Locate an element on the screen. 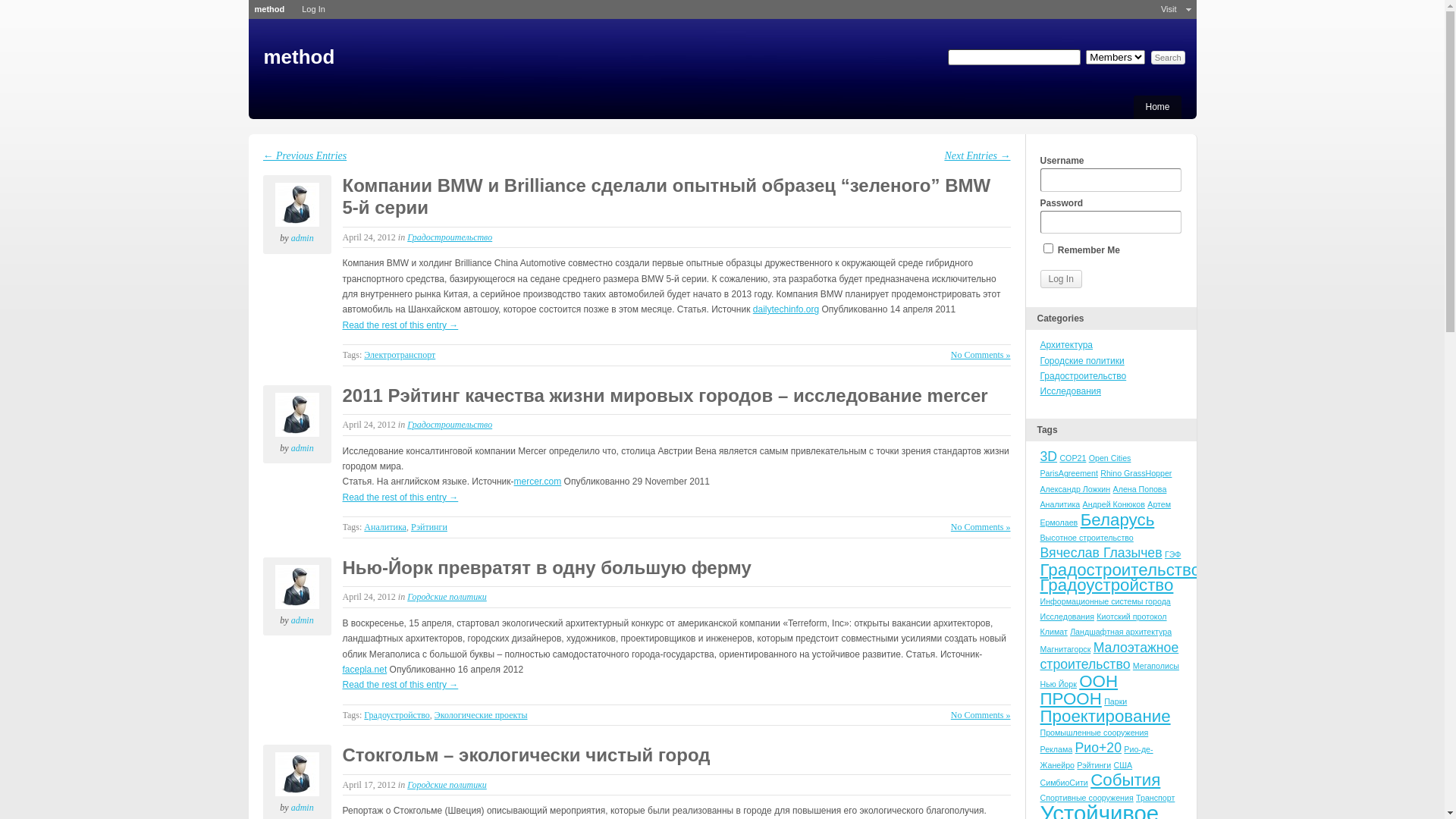  'Visit' is located at coordinates (1168, 9).